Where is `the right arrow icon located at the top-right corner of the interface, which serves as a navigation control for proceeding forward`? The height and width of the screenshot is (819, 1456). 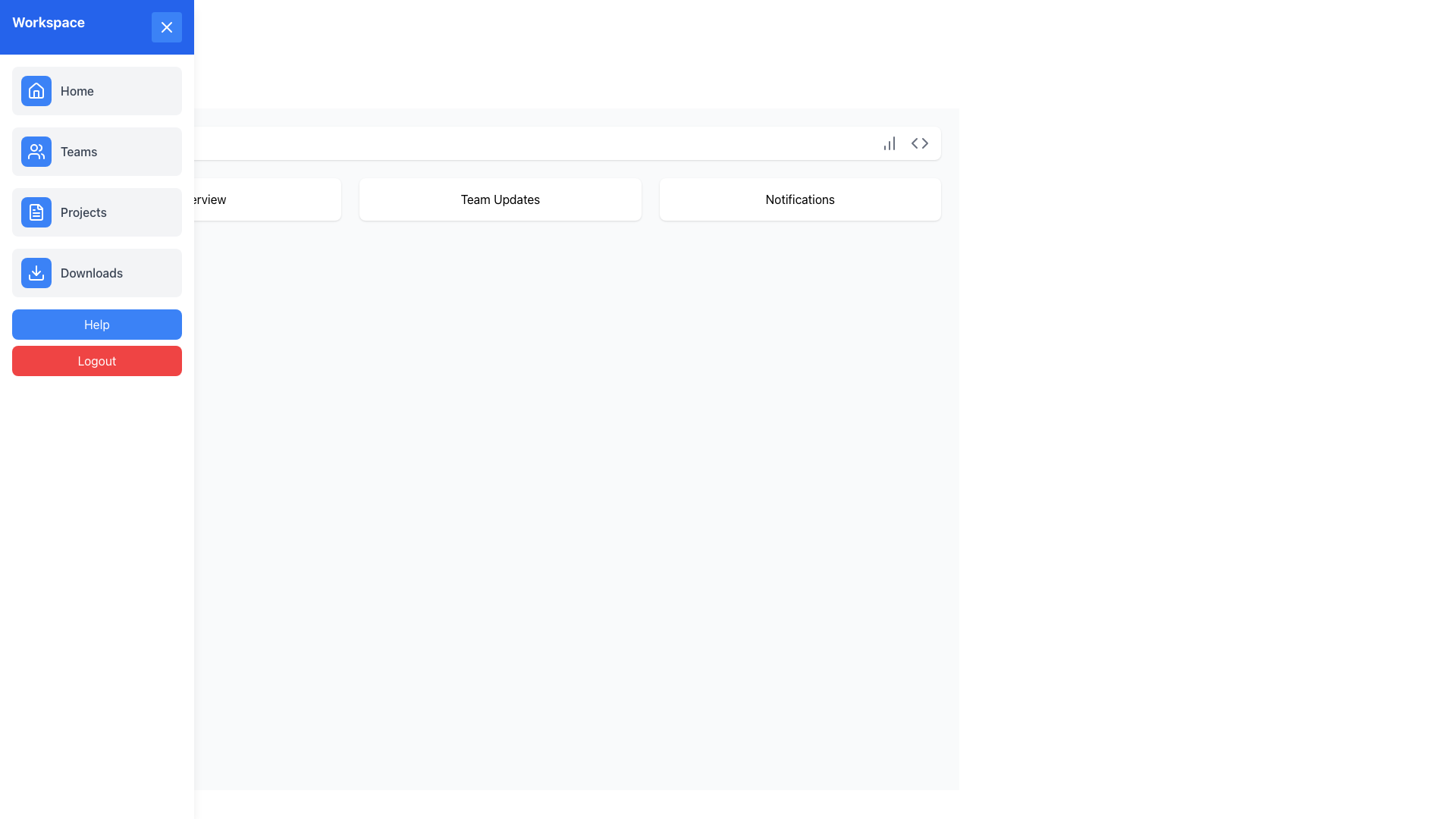
the right arrow icon located at the top-right corner of the interface, which serves as a navigation control for proceeding forward is located at coordinates (924, 143).